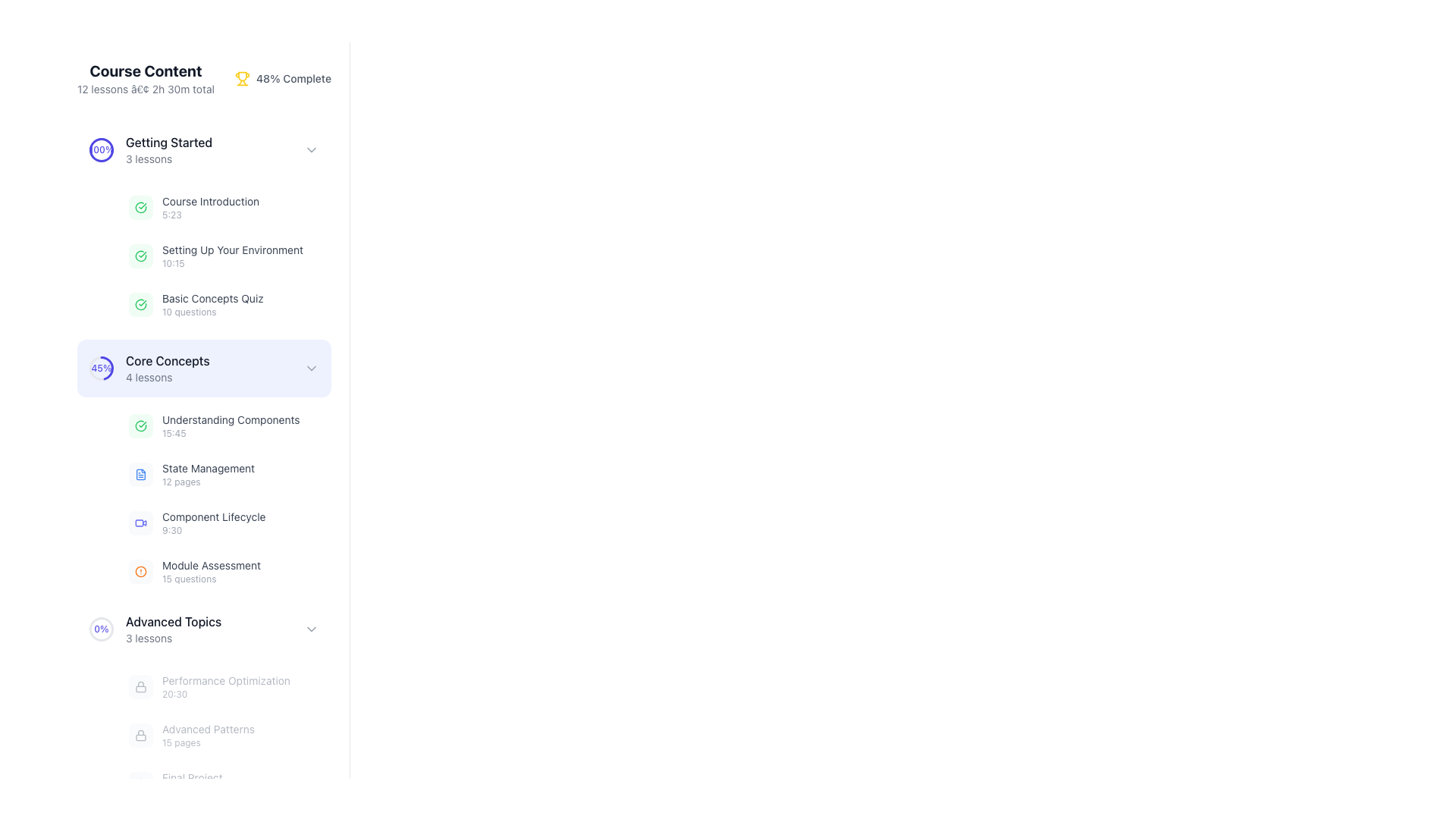 This screenshot has height=819, width=1456. Describe the element at coordinates (191, 778) in the screenshot. I see `the static text label 'Final Project' located at the bottom of the 'Advanced Topics' section in the left-hand navigation pane` at that location.